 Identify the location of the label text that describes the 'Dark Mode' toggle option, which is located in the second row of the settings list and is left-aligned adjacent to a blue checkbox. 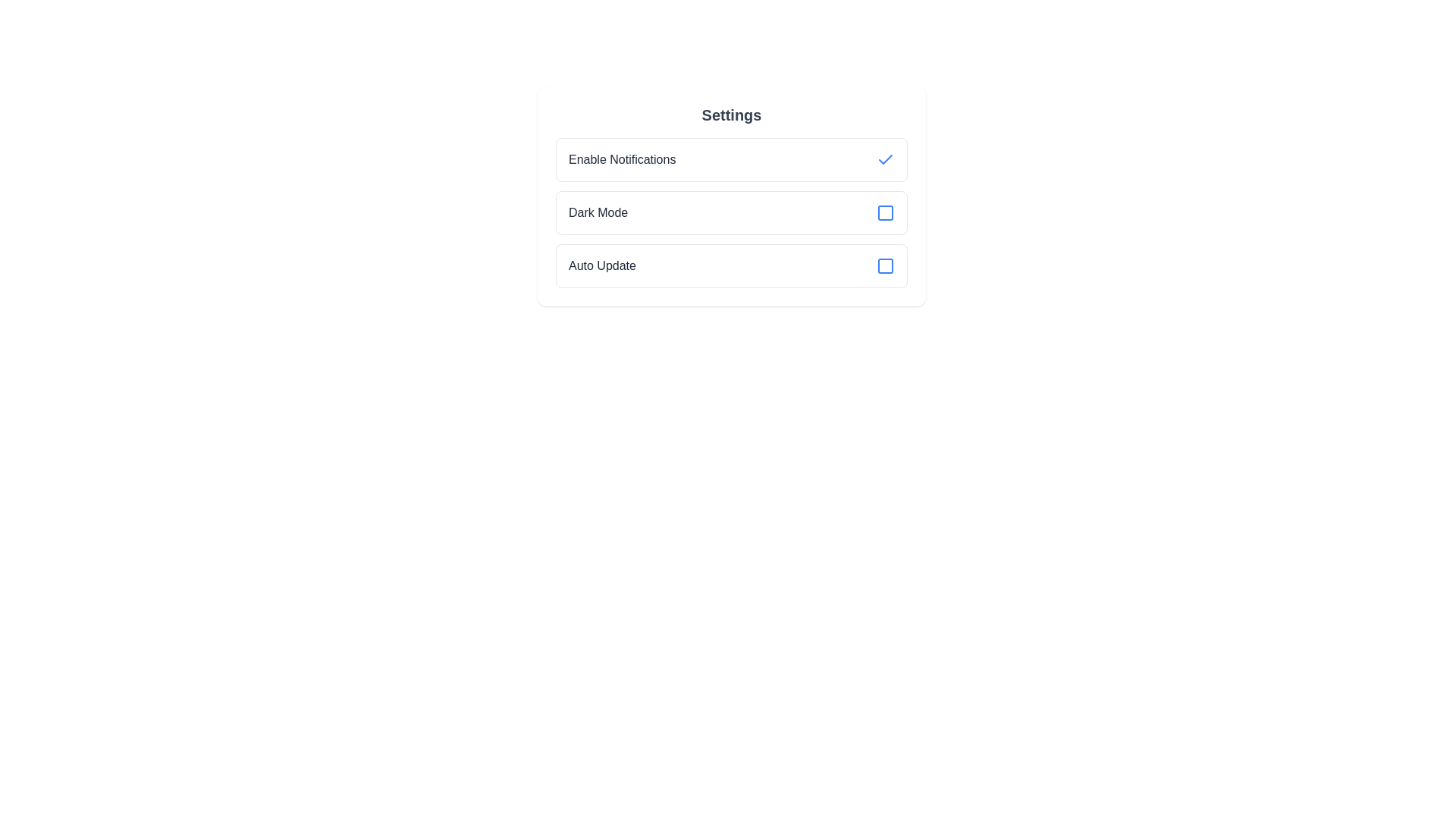
(598, 213).